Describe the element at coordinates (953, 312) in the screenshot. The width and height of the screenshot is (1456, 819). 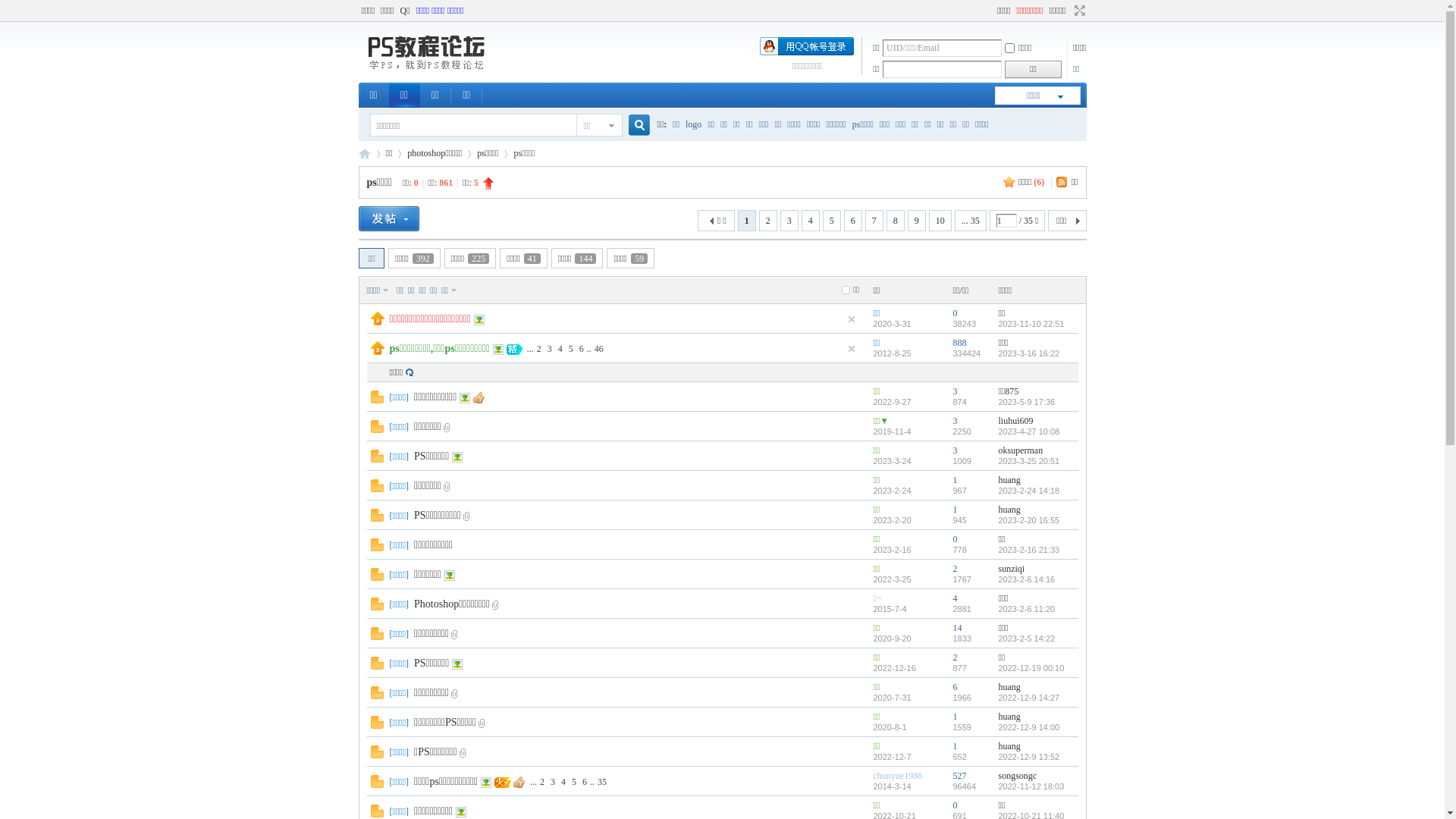
I see `'0'` at that location.